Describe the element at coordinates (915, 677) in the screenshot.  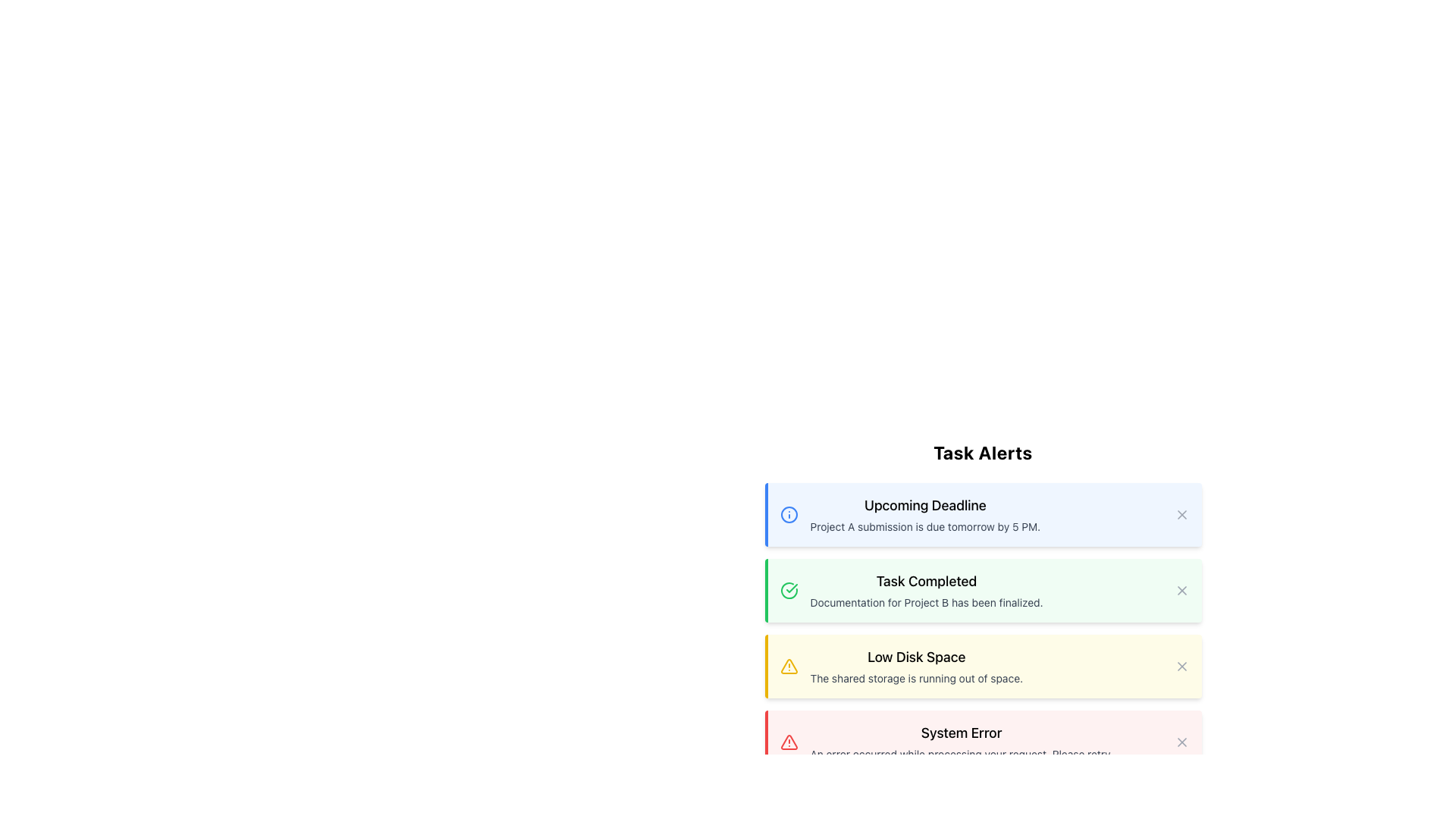
I see `the text label that describes the warning about low disk space, located below the main title 'Low Disk Space' within a yellow-highlighted warning box` at that location.